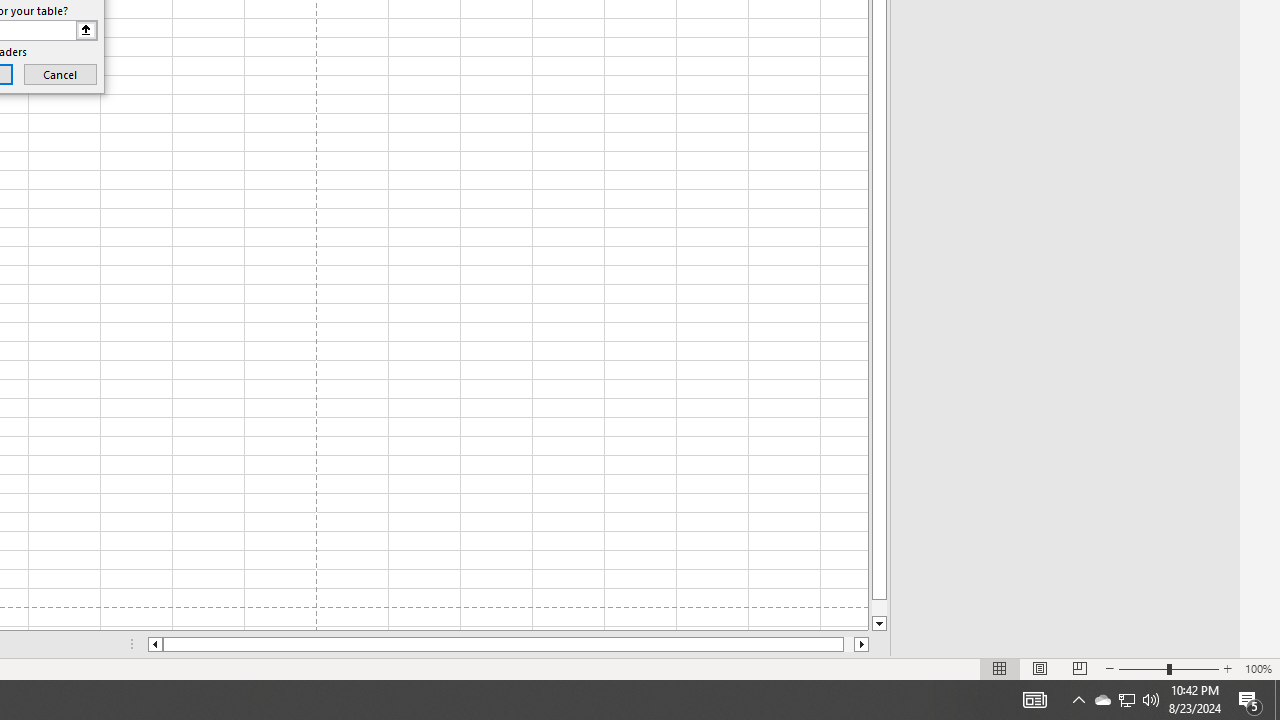 The width and height of the screenshot is (1280, 720). What do you see at coordinates (1226, 669) in the screenshot?
I see `'Zoom In'` at bounding box center [1226, 669].